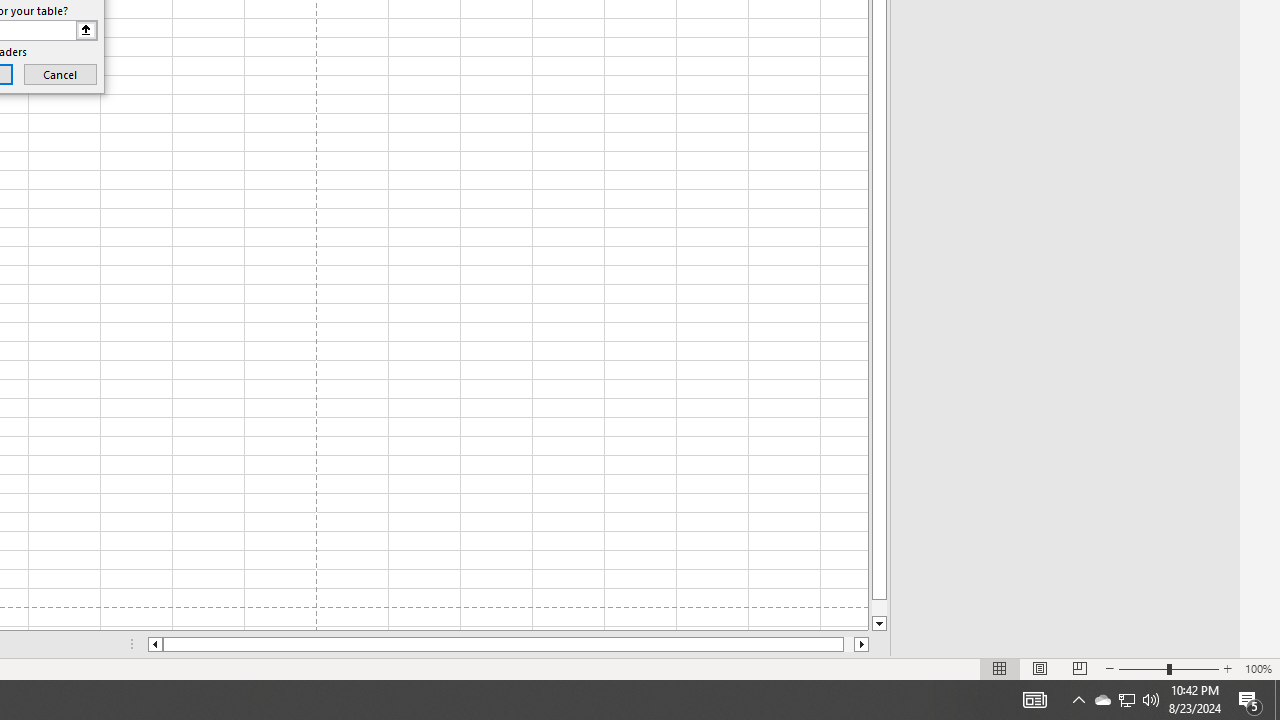 The width and height of the screenshot is (1280, 720). What do you see at coordinates (1226, 669) in the screenshot?
I see `'Zoom In'` at bounding box center [1226, 669].